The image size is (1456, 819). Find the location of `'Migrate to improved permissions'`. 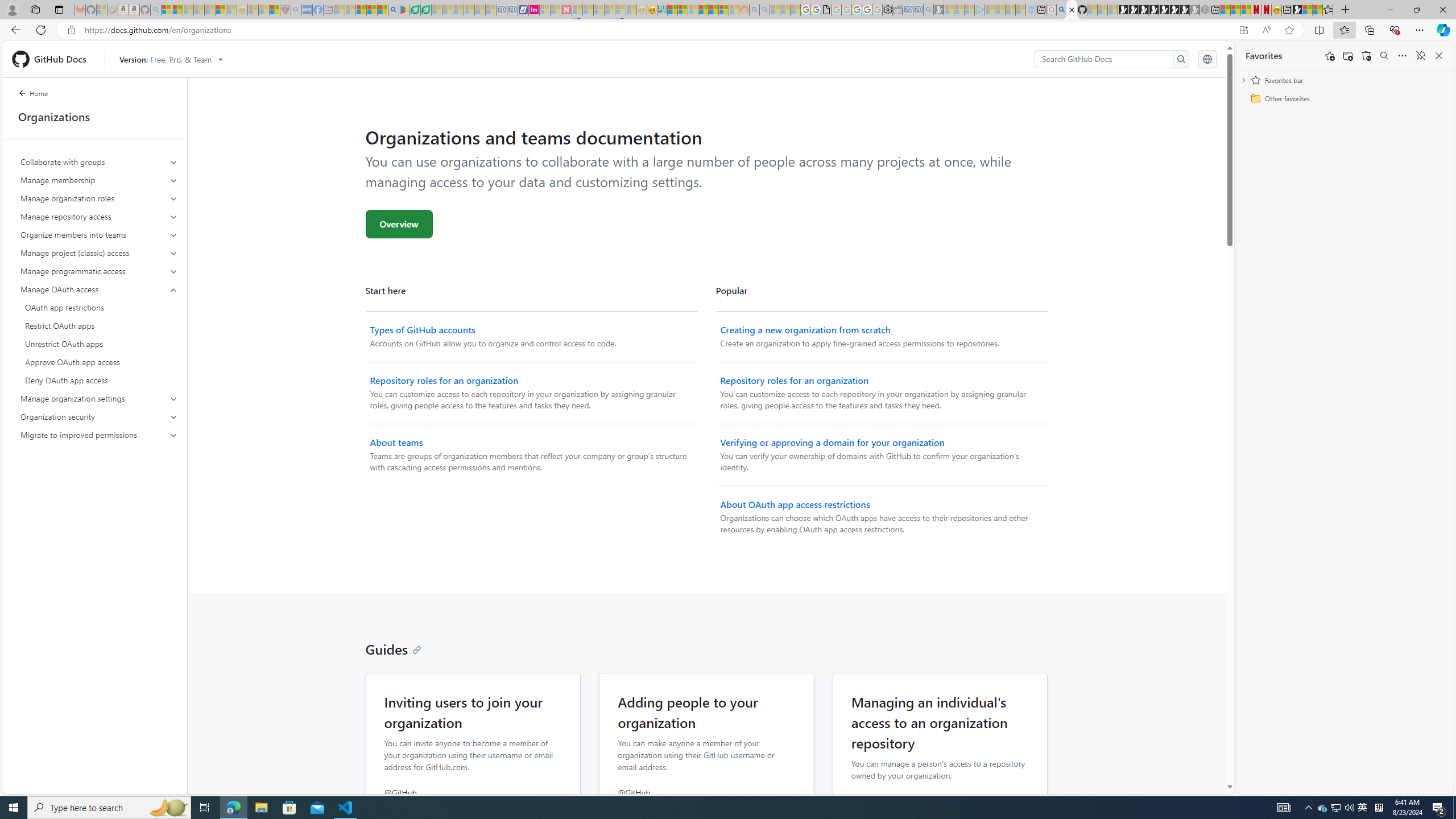

'Migrate to improved permissions' is located at coordinates (99, 434).